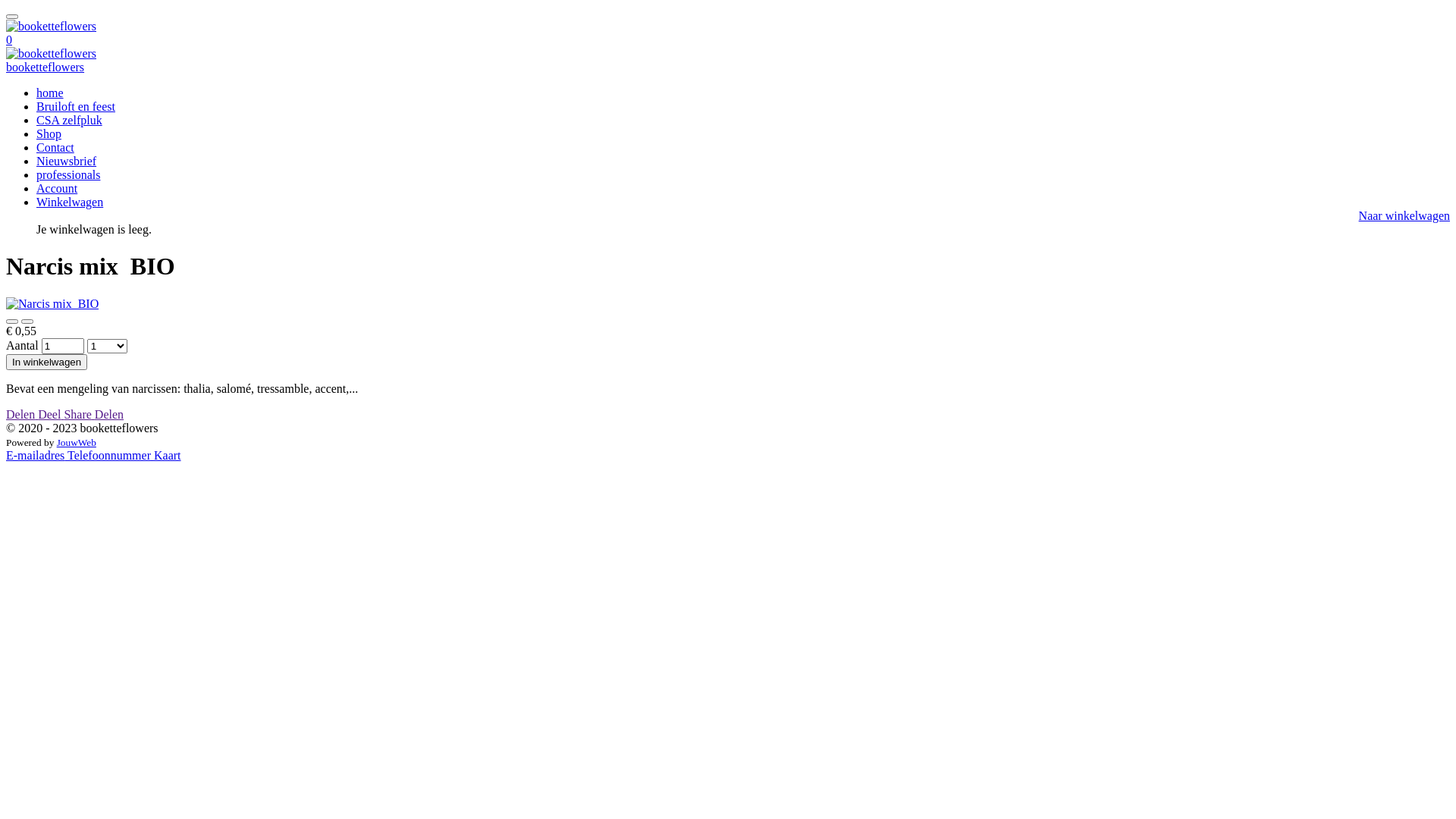 The width and height of the screenshot is (1456, 819). I want to click on 'In winkelwagen', so click(46, 362).